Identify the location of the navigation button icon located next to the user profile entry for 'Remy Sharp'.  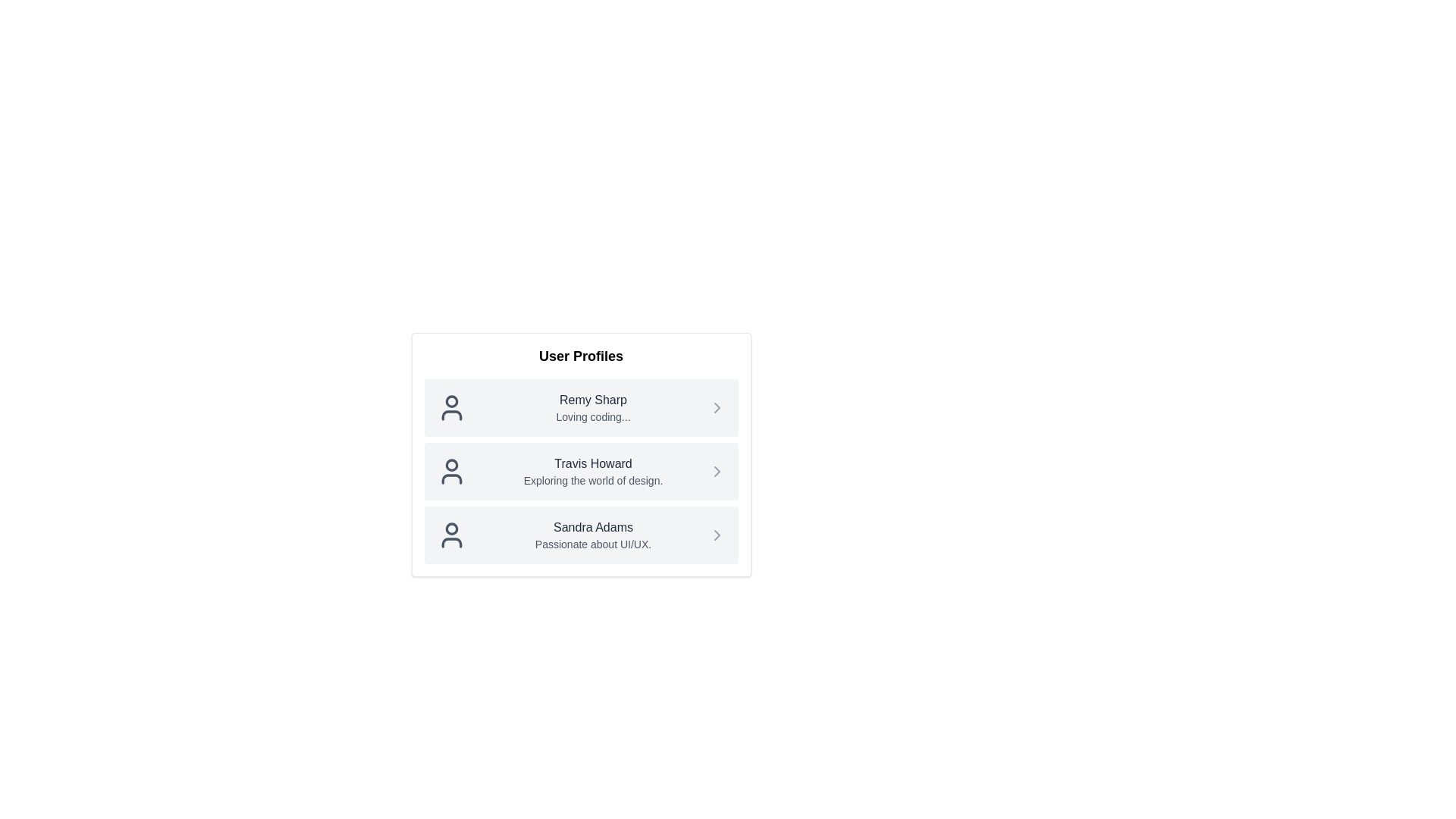
(716, 406).